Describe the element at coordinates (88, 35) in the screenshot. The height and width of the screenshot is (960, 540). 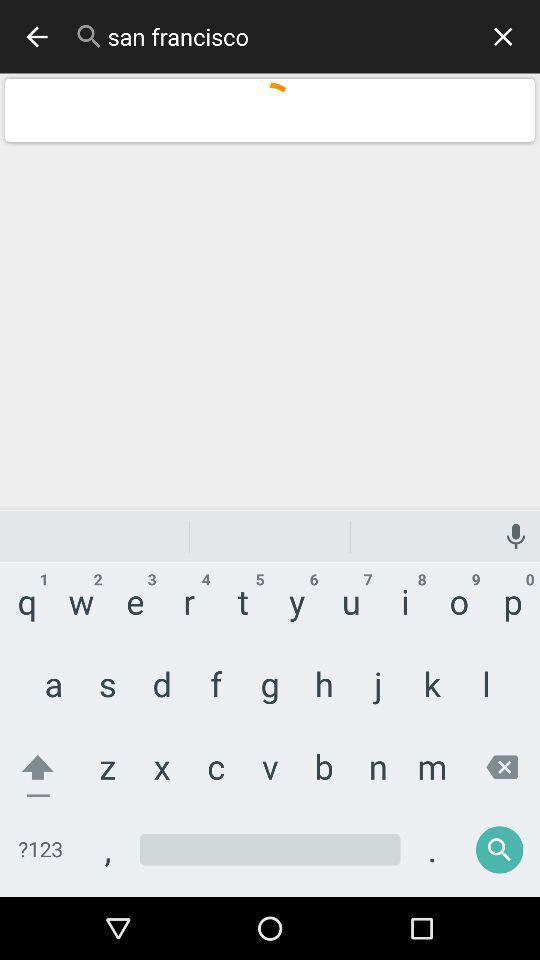
I see `the icon beside san` at that location.